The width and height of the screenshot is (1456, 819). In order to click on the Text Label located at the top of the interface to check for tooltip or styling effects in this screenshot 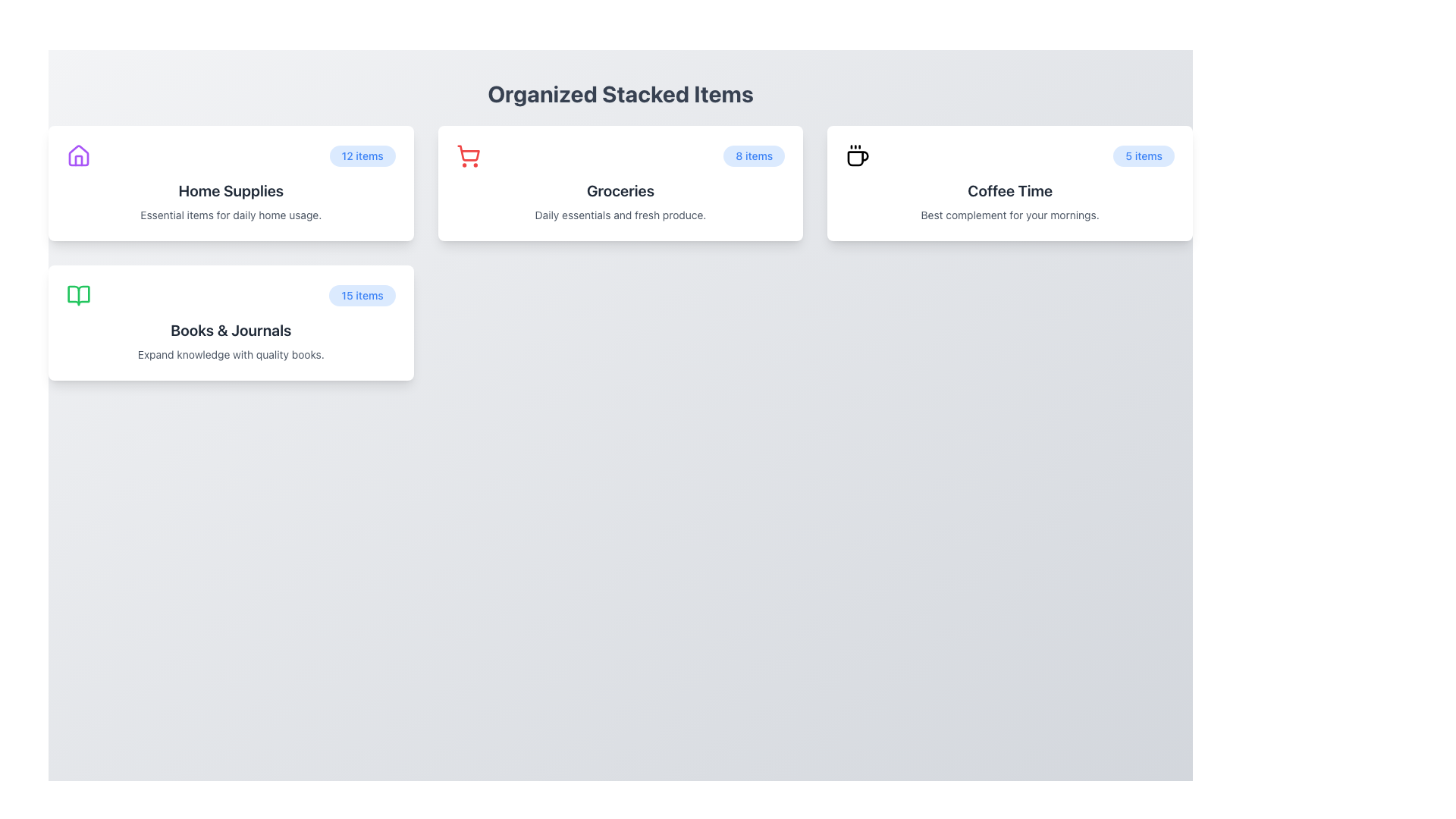, I will do `click(620, 93)`.